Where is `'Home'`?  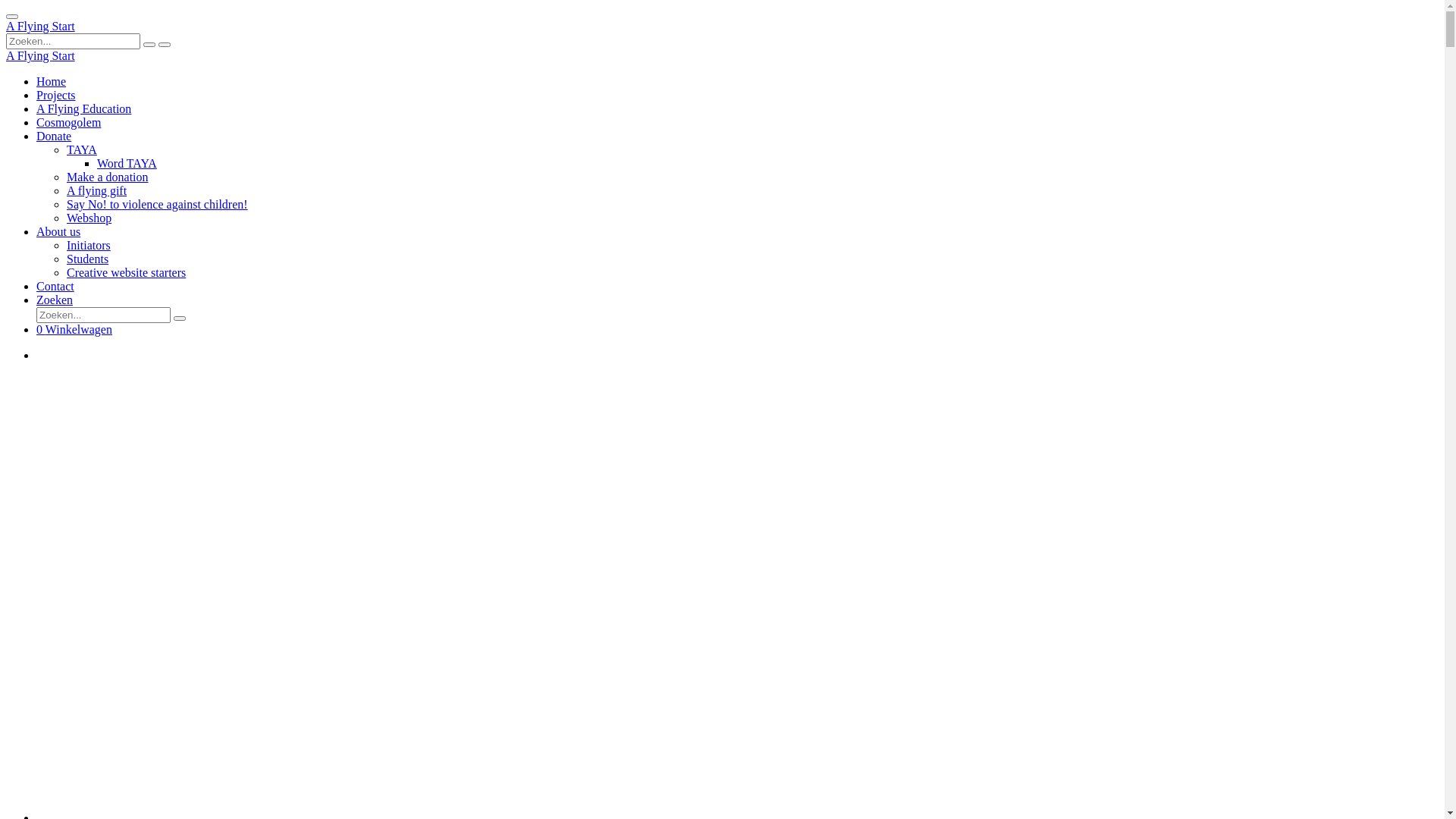 'Home' is located at coordinates (36, 81).